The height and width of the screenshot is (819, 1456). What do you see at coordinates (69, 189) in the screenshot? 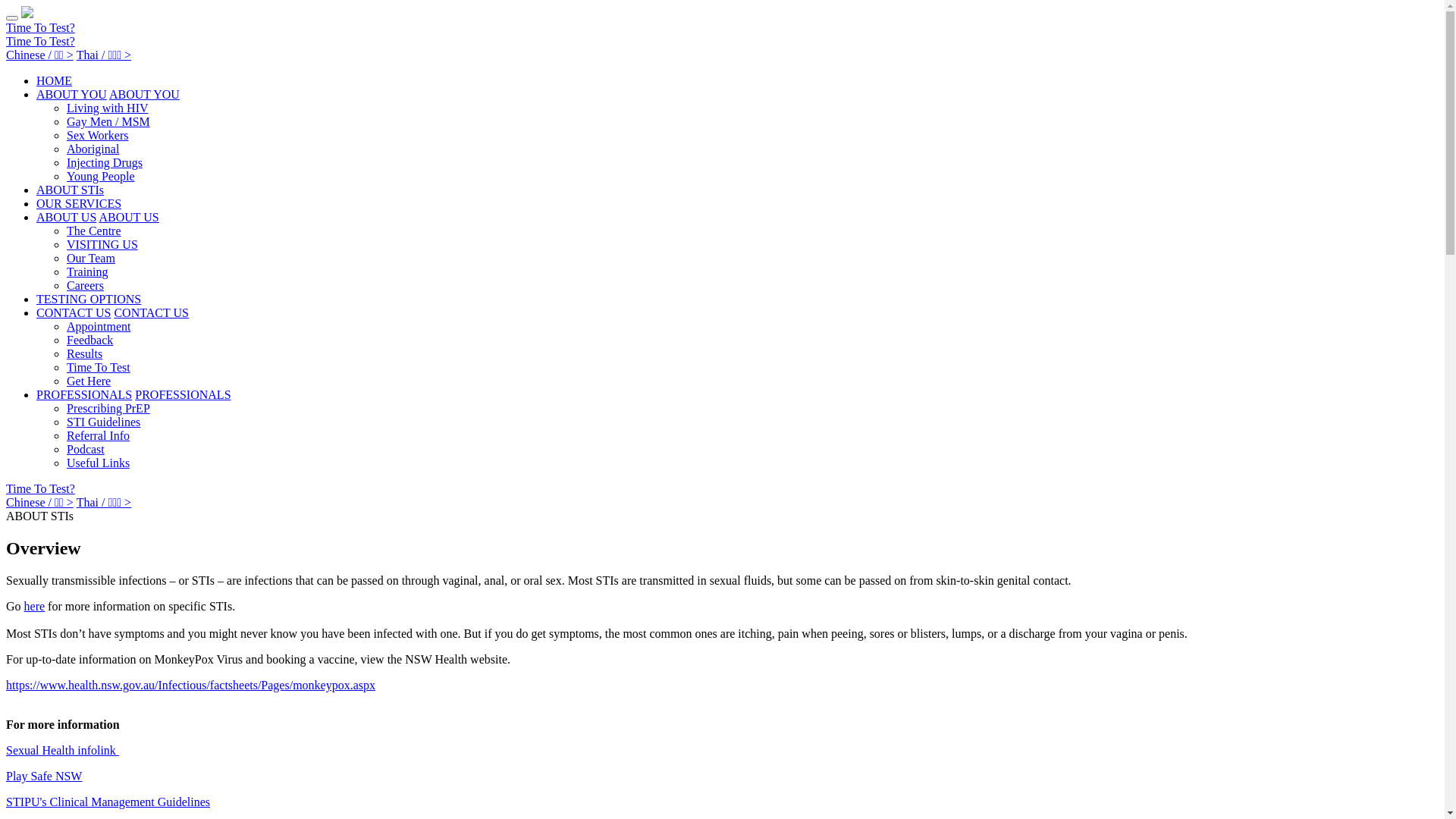
I see `'ABOUT STIs'` at bounding box center [69, 189].